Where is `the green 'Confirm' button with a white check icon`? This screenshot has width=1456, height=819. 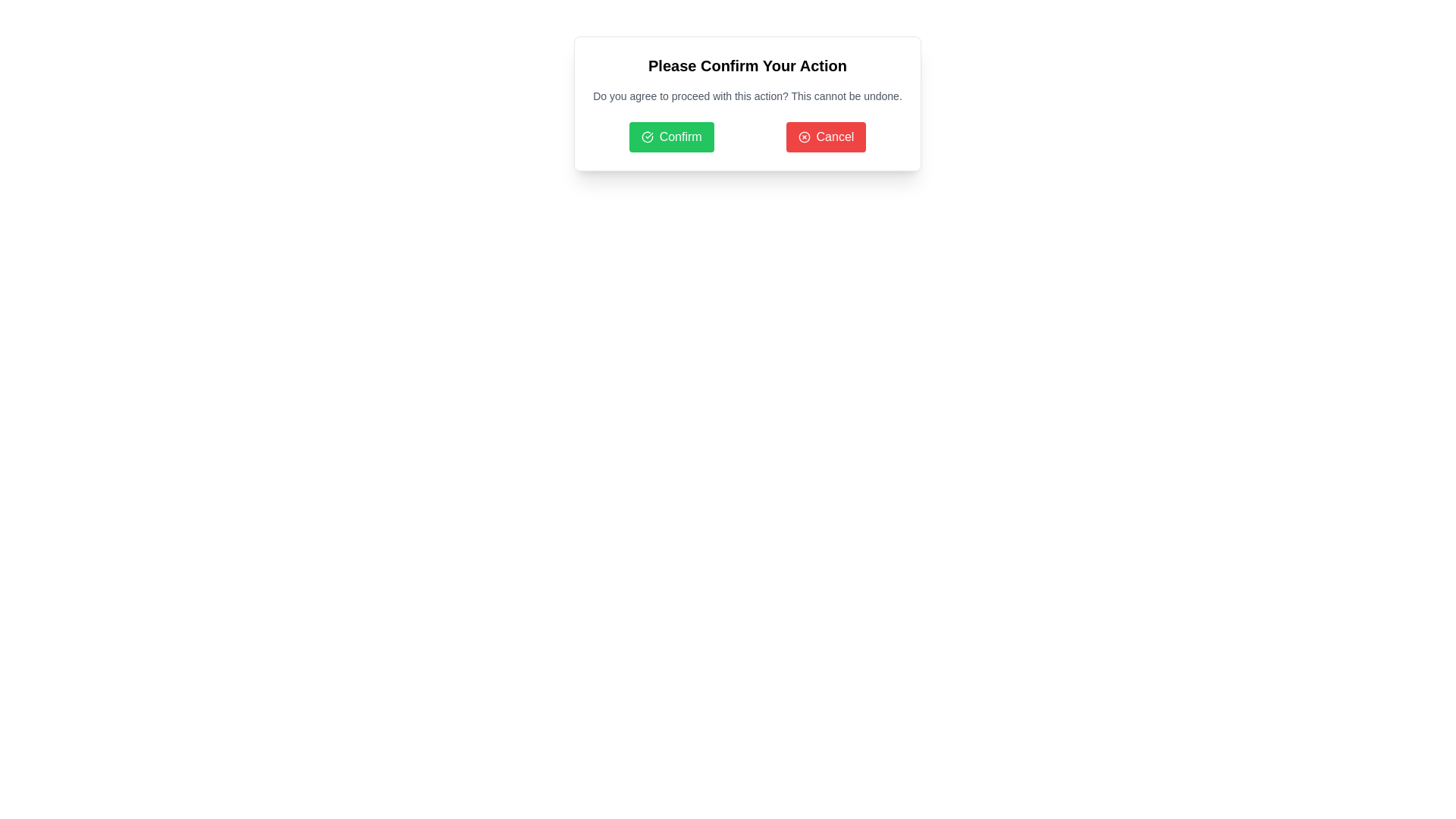 the green 'Confirm' button with a white check icon is located at coordinates (670, 137).